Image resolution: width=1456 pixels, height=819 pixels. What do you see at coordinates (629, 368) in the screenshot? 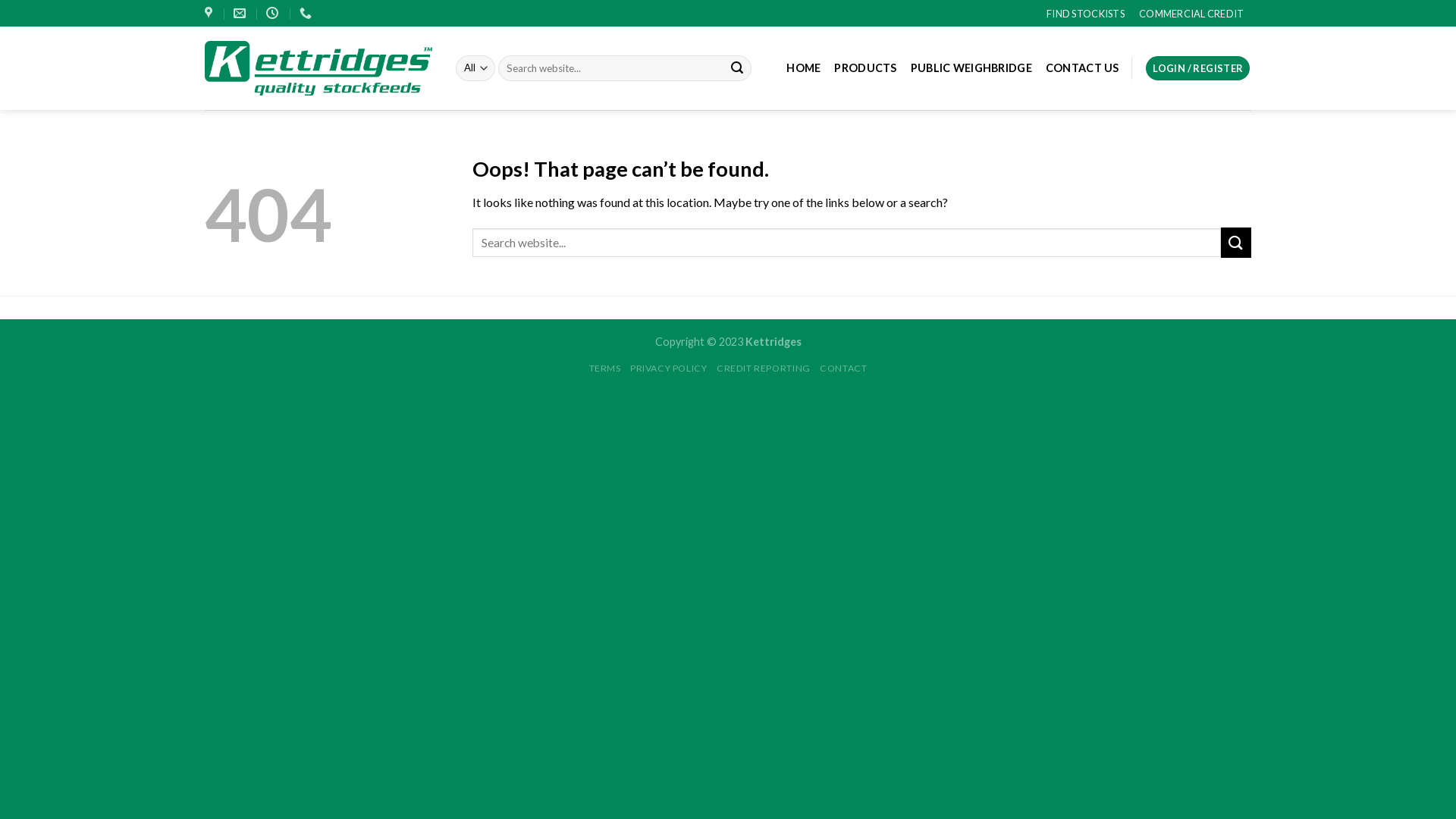
I see `'PRIVACY POLICY'` at bounding box center [629, 368].